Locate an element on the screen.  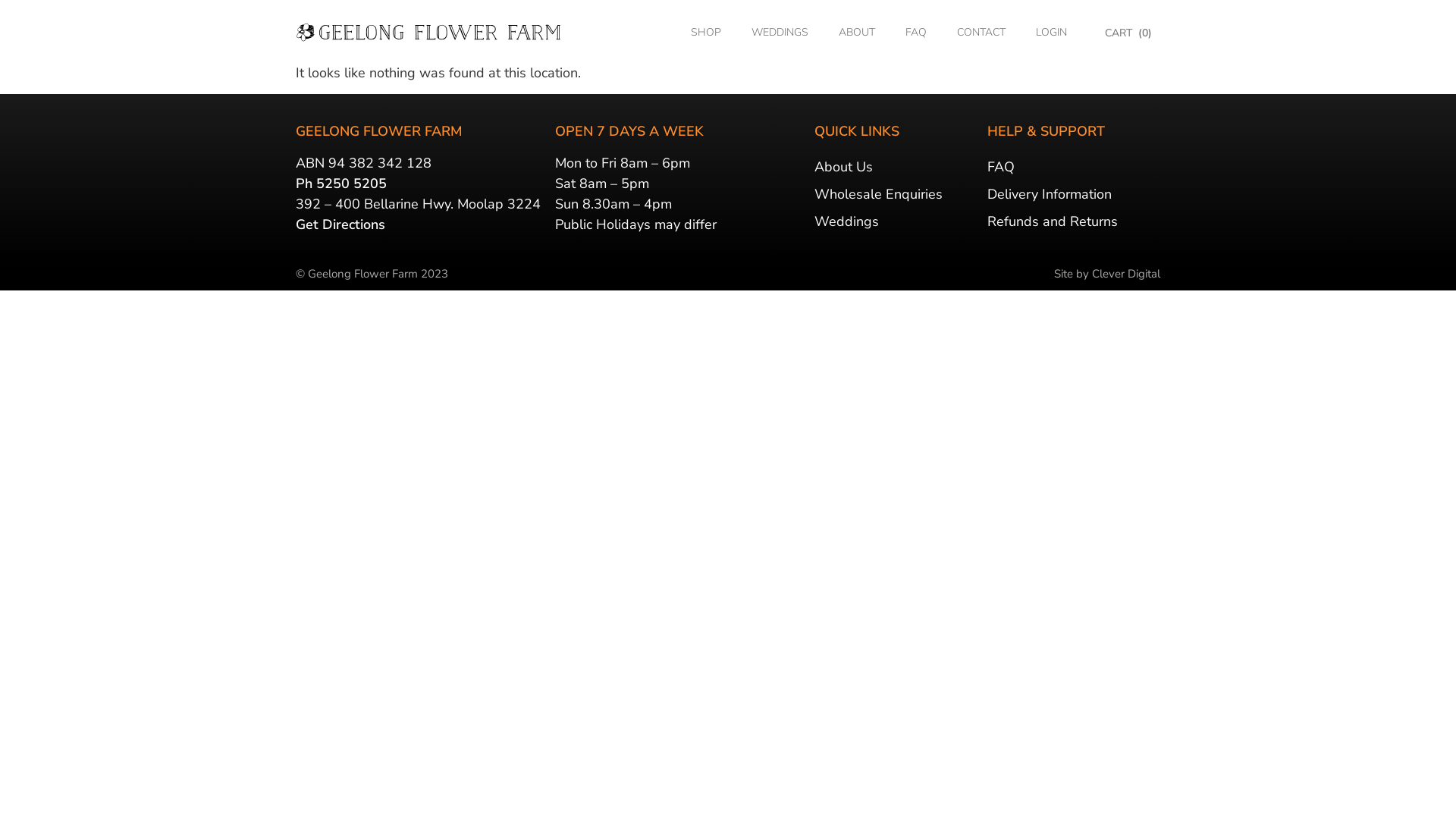
'CART is located at coordinates (1128, 33).